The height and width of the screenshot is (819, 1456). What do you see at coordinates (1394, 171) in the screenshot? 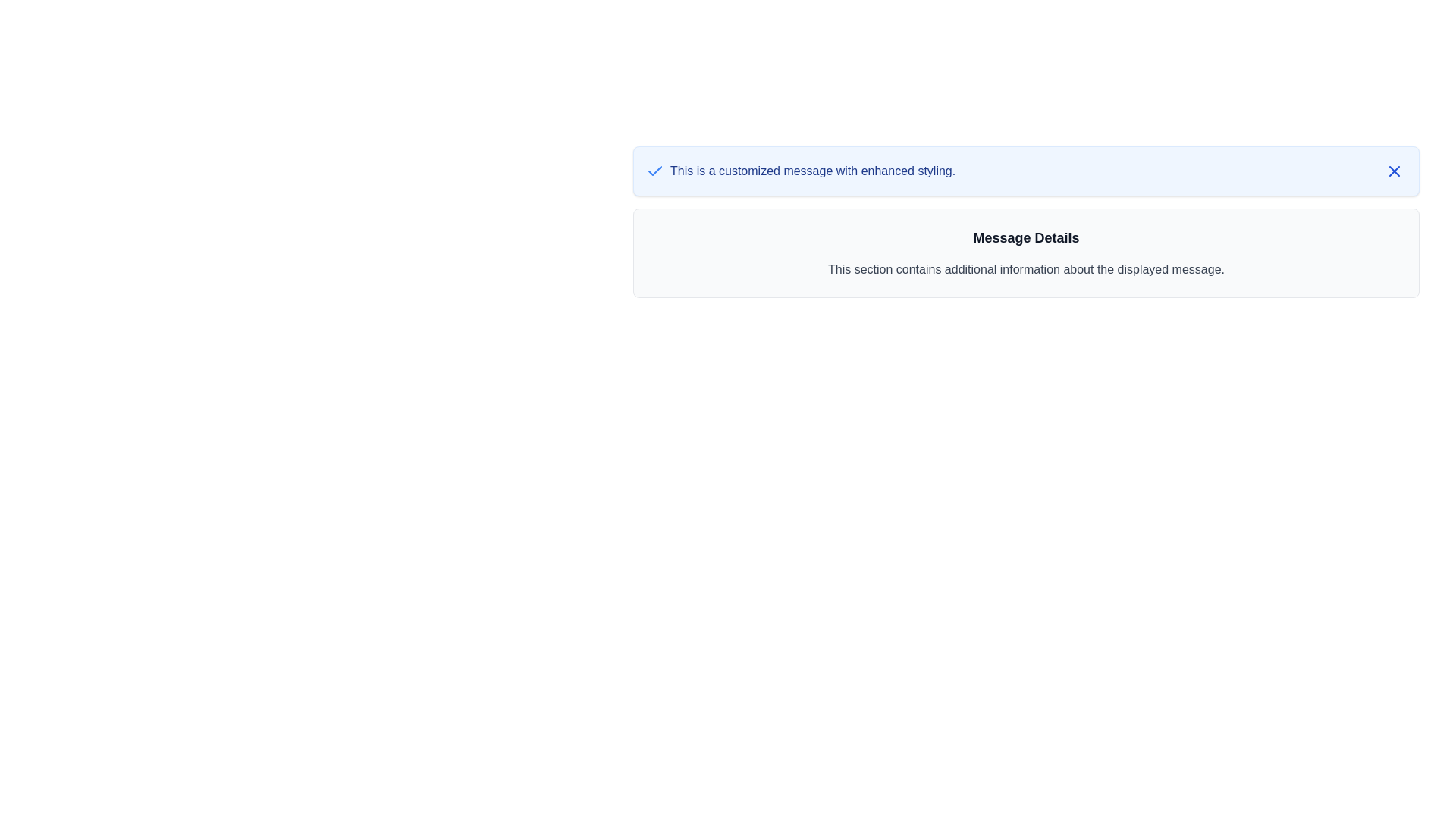
I see `the close button icon located at the top-right corner of the blue message box to enhance its outline visibility` at bounding box center [1394, 171].